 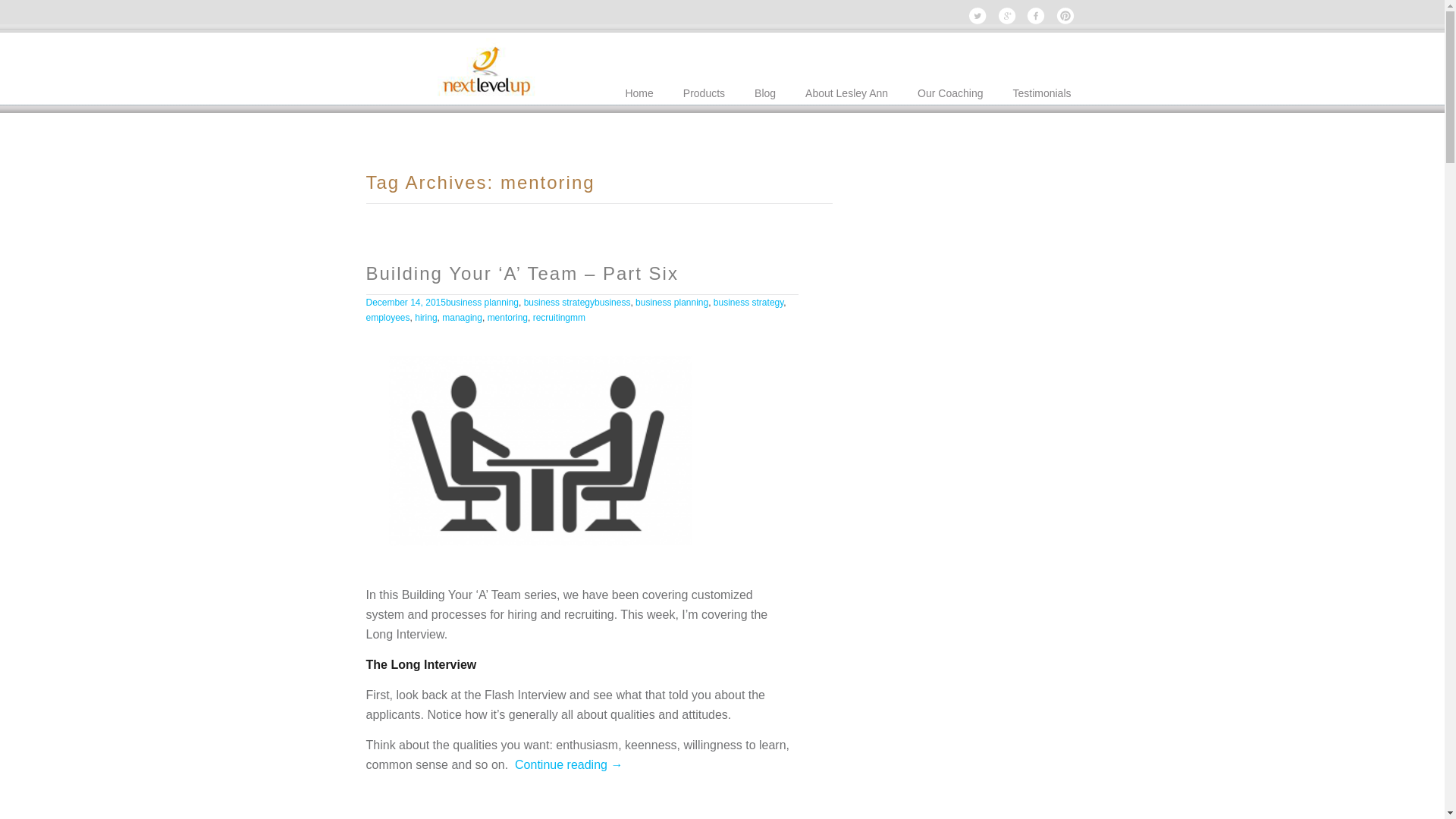 I want to click on 'Products', so click(x=703, y=87).